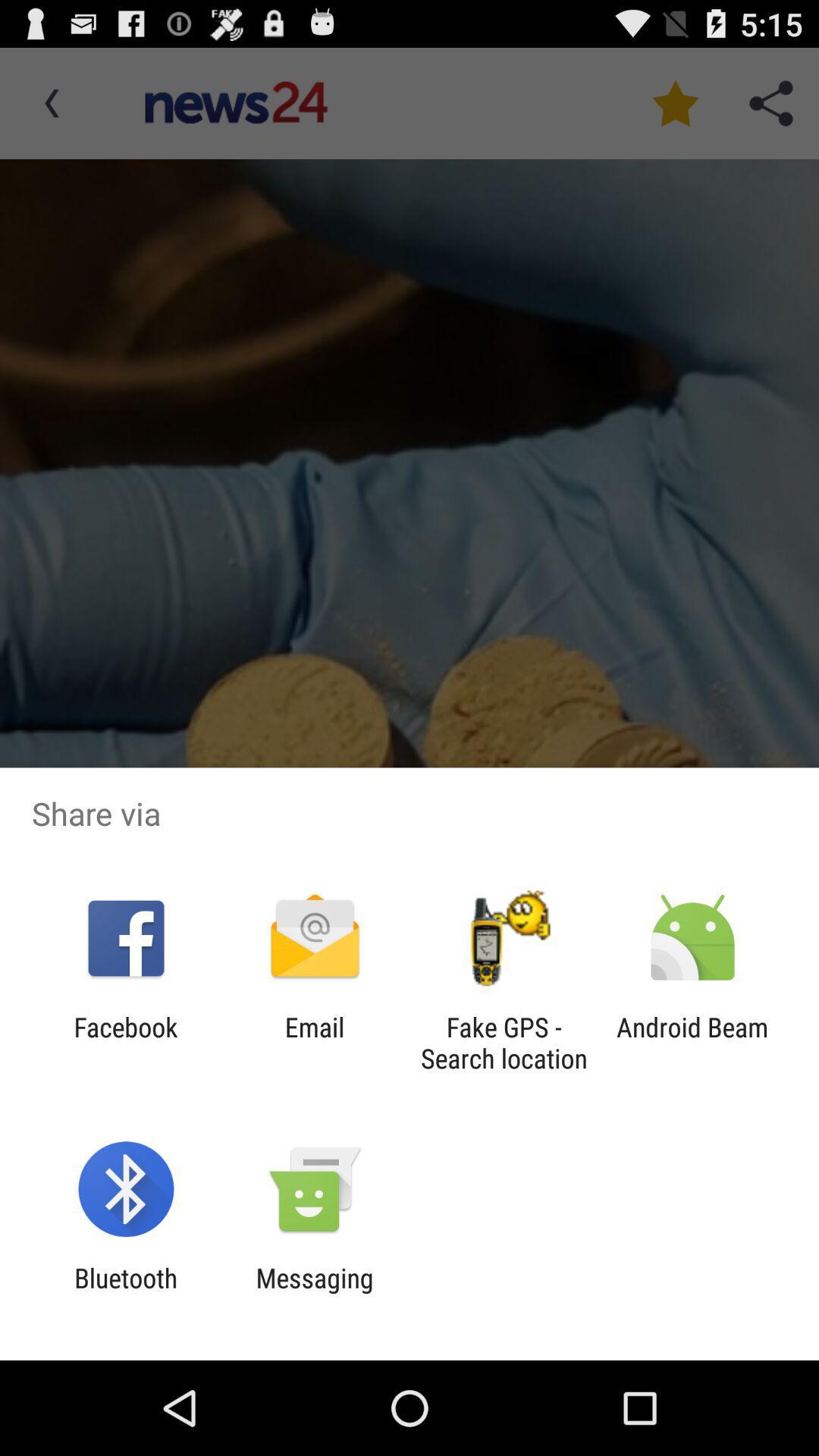 The image size is (819, 1456). Describe the element at coordinates (125, 1293) in the screenshot. I see `item next to the messaging app` at that location.